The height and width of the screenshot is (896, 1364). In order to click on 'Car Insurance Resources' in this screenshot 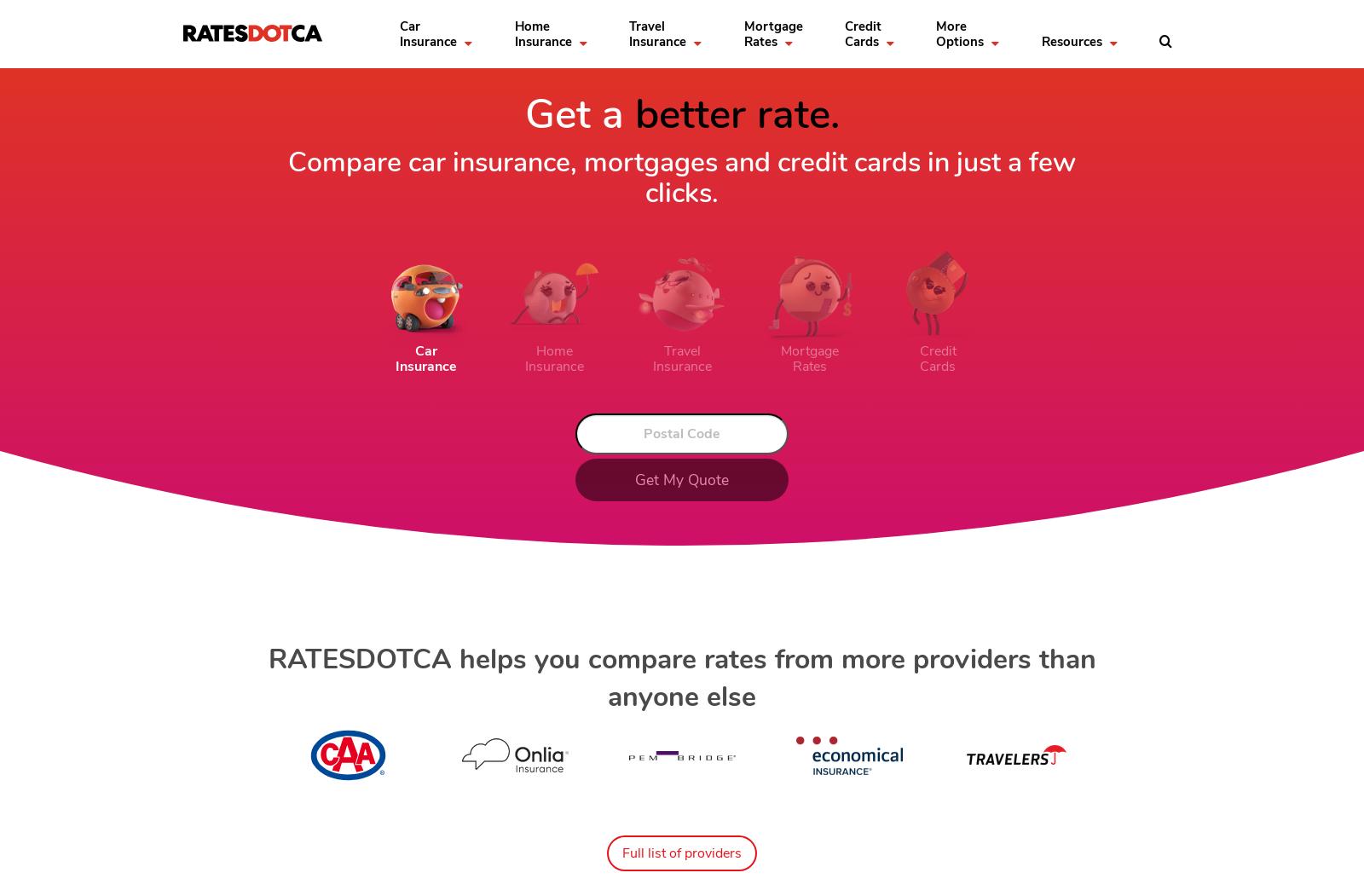, I will do `click(280, 99)`.